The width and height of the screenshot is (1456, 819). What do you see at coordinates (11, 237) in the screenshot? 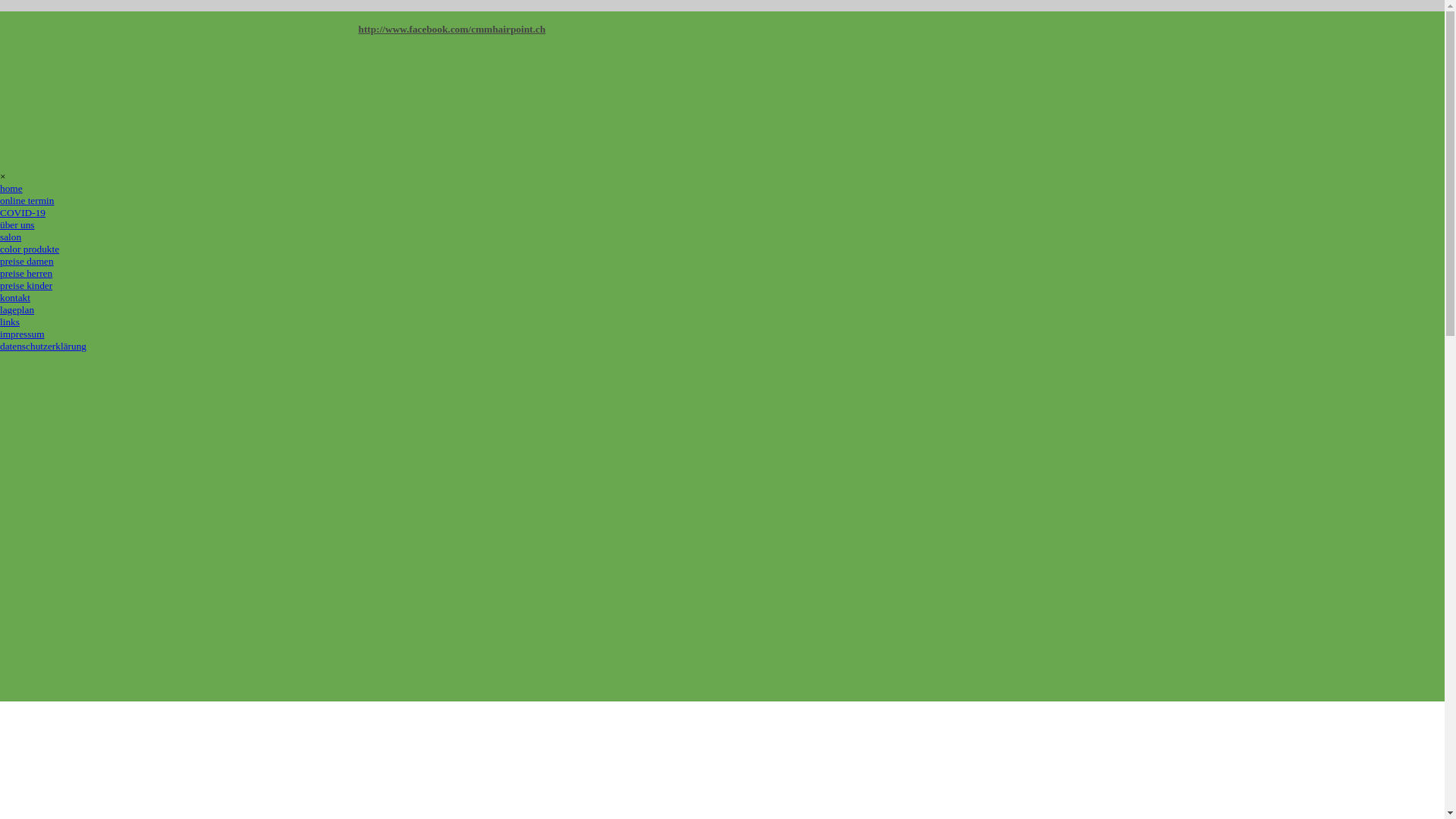
I see `'salon'` at bounding box center [11, 237].